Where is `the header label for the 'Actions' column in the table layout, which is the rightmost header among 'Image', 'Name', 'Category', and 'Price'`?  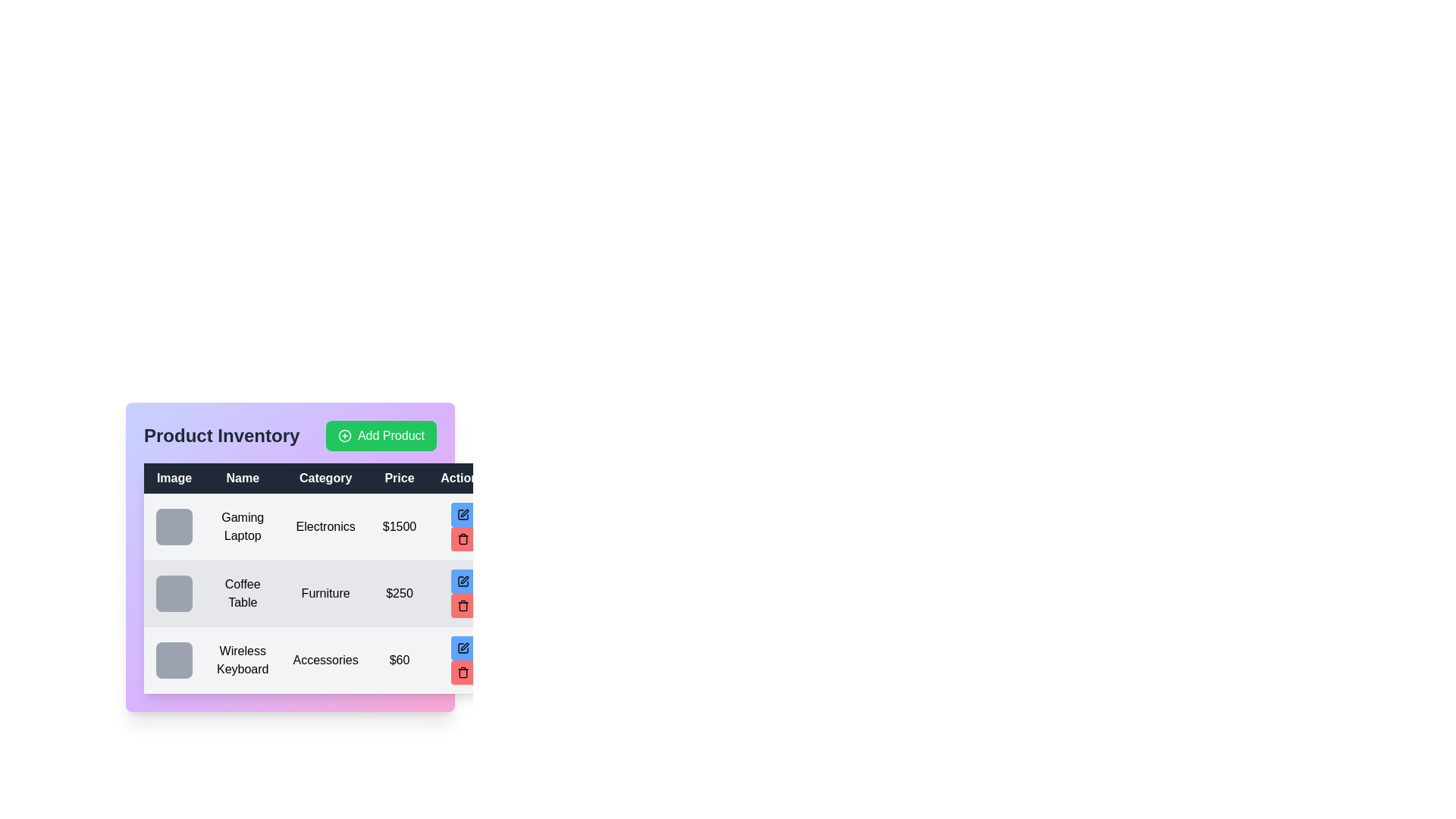 the header label for the 'Actions' column in the table layout, which is the rightmost header among 'Image', 'Name', 'Category', and 'Price' is located at coordinates (462, 479).